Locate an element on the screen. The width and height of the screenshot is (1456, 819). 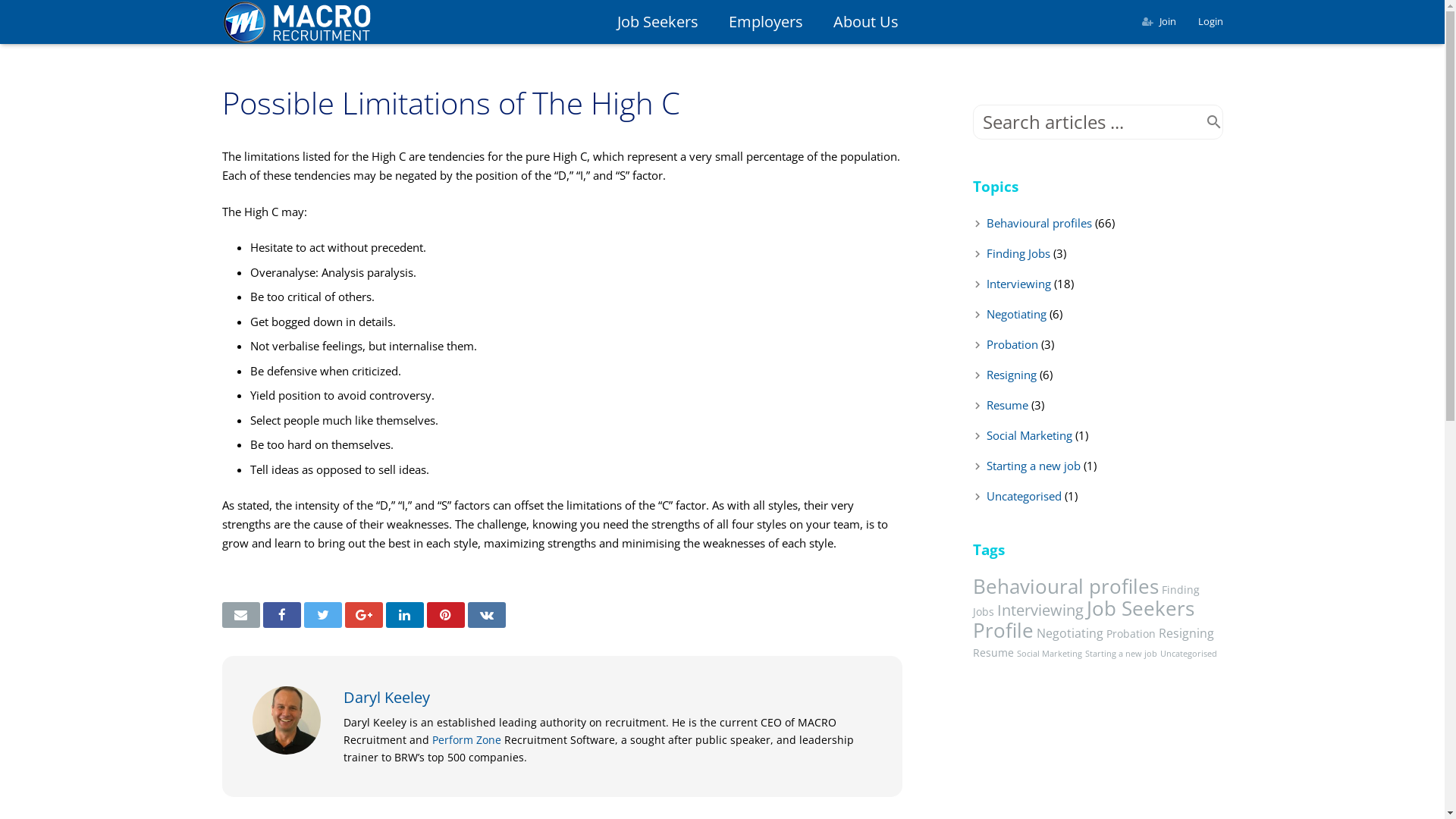
'Perform Zone' is located at coordinates (466, 739).